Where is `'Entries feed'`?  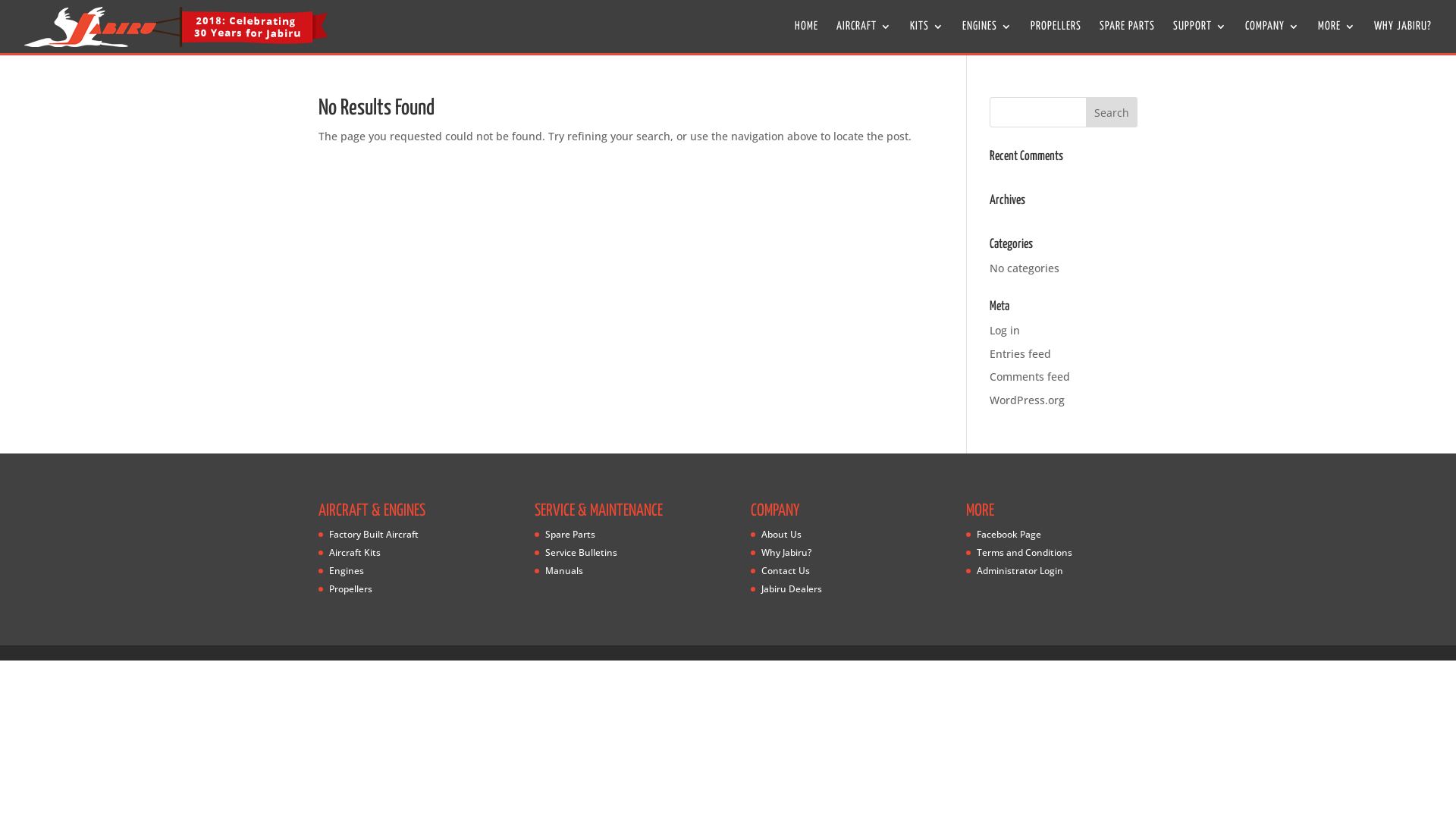
'Entries feed' is located at coordinates (1020, 353).